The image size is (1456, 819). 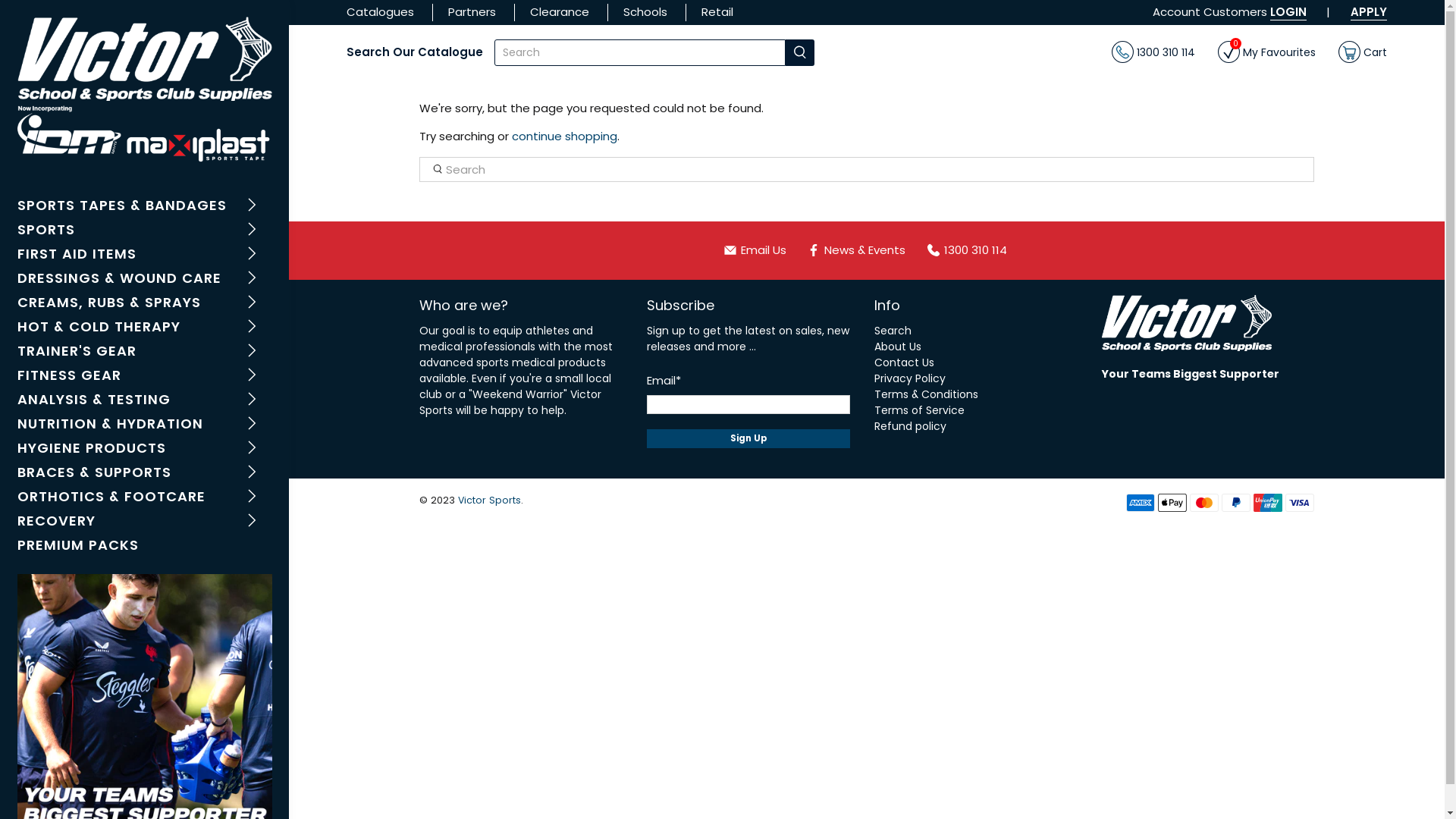 What do you see at coordinates (144, 231) in the screenshot?
I see `'SPORTS'` at bounding box center [144, 231].